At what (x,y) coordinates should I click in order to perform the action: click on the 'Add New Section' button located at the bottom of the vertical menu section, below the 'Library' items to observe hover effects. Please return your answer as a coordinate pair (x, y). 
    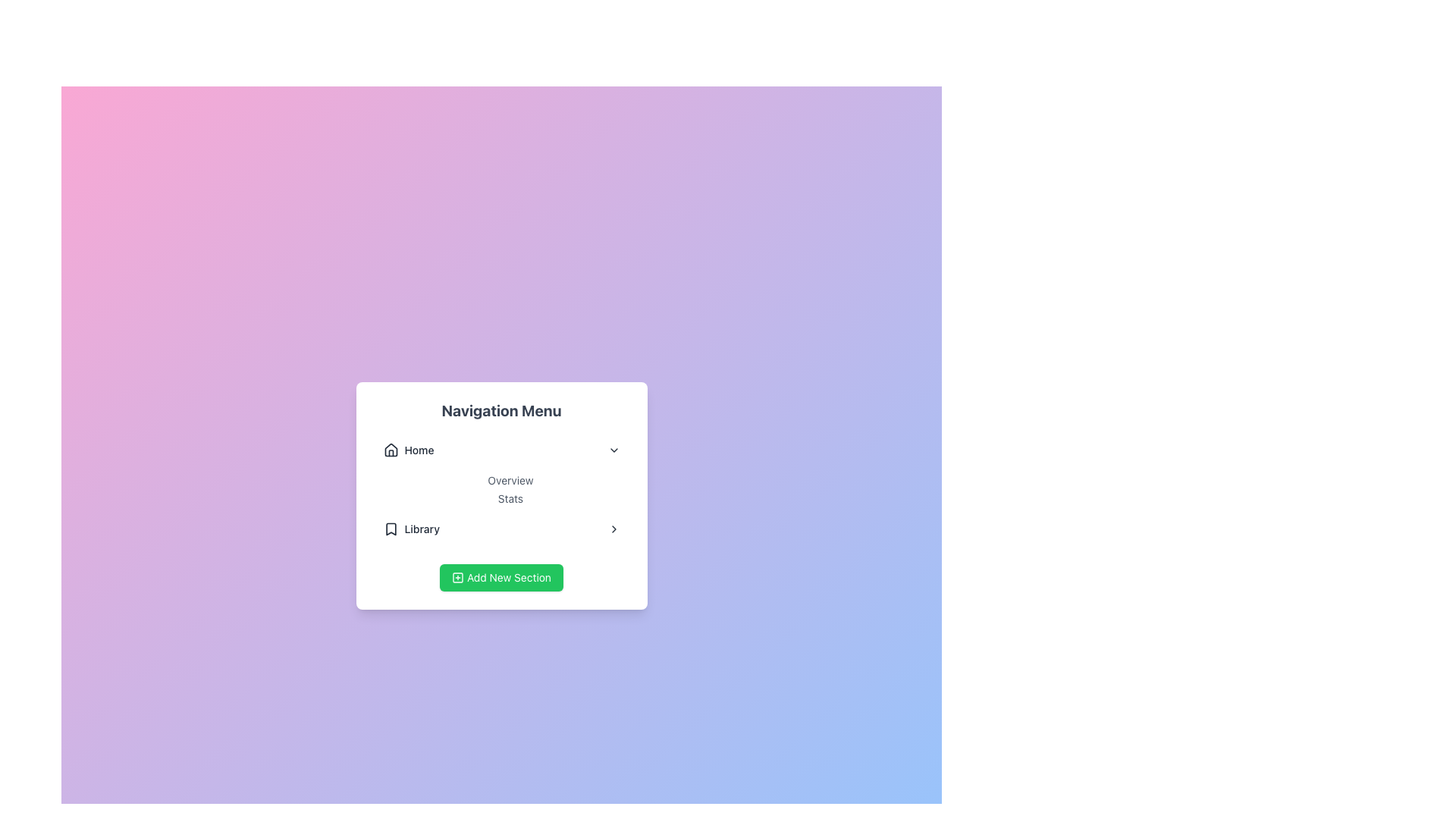
    Looking at the image, I should click on (501, 571).